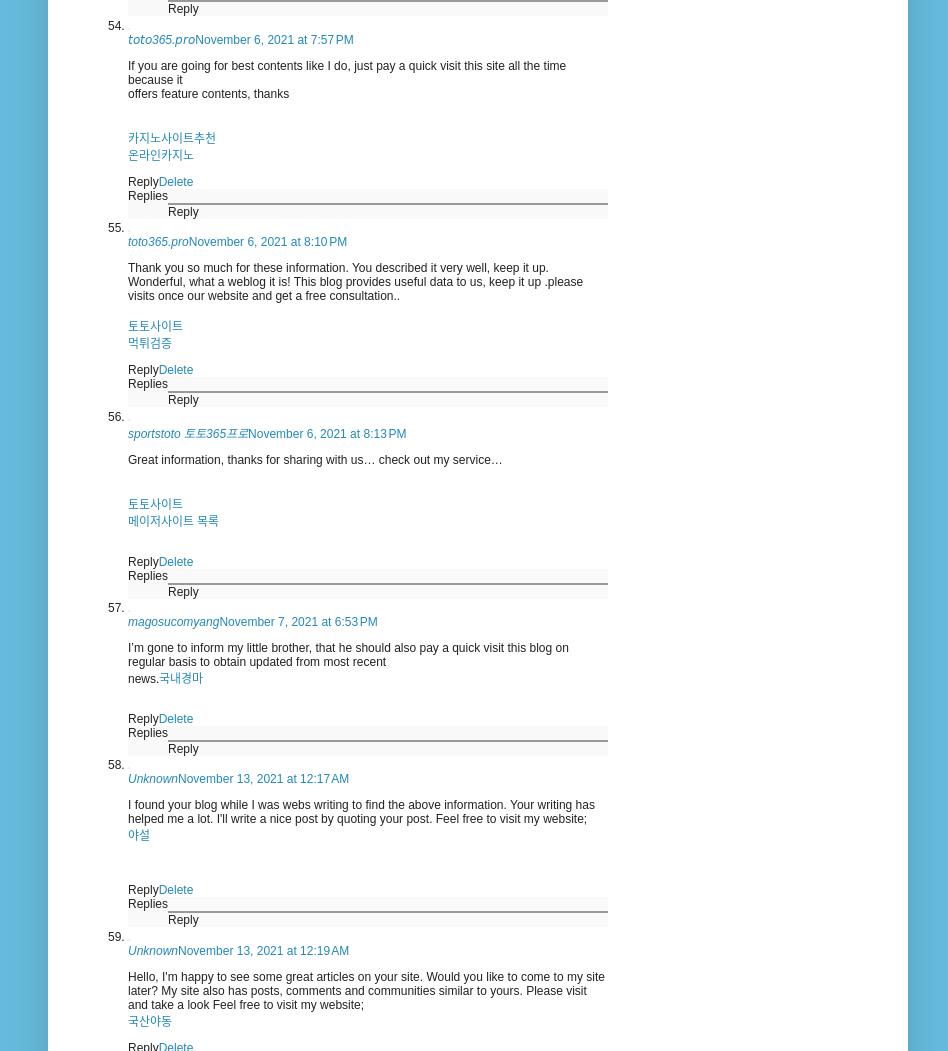 This screenshot has width=948, height=1051. Describe the element at coordinates (186, 433) in the screenshot. I see `'sportstoto 토토365프로'` at that location.